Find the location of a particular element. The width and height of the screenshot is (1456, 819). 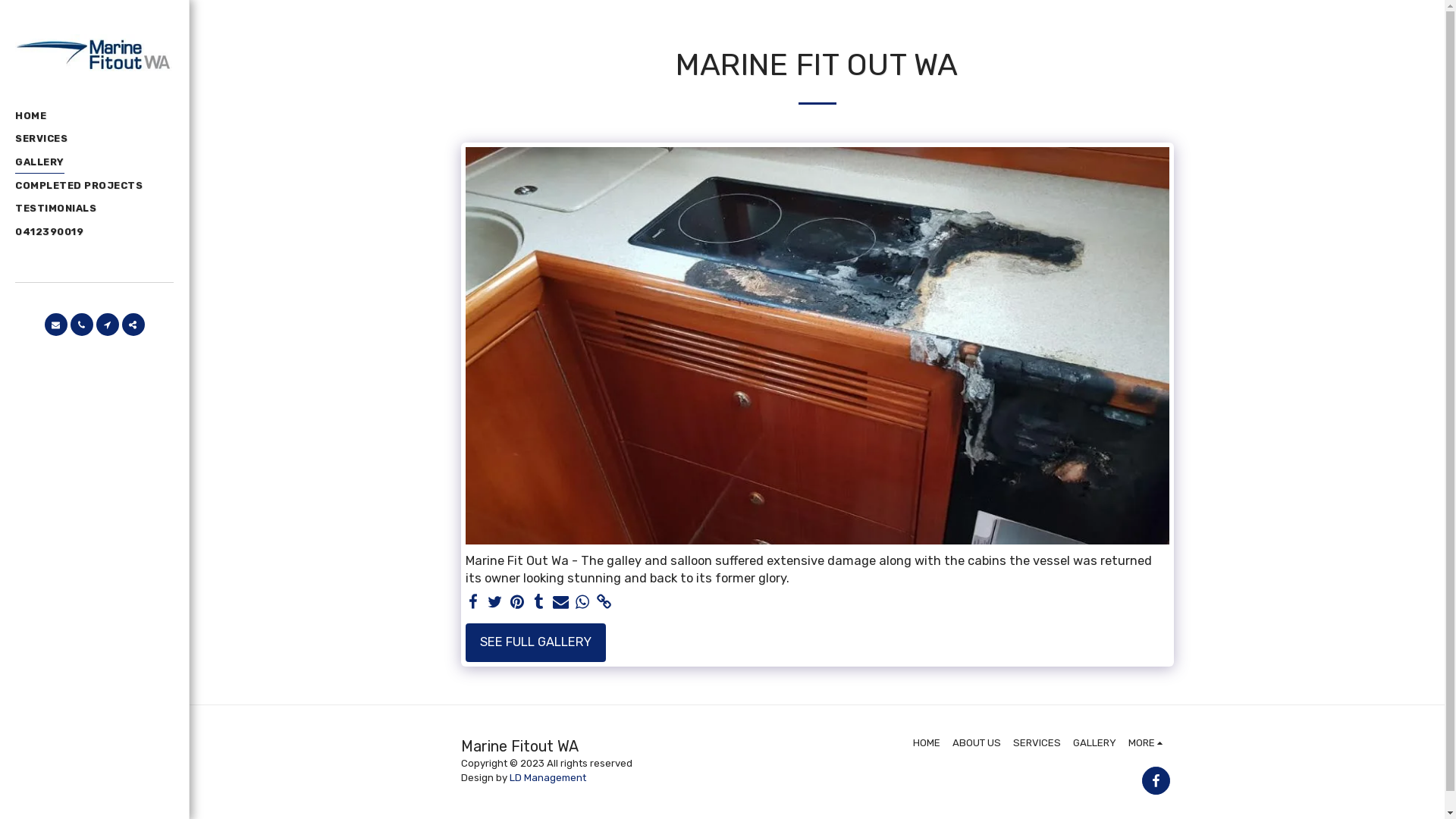

'LD Management' is located at coordinates (547, 777).